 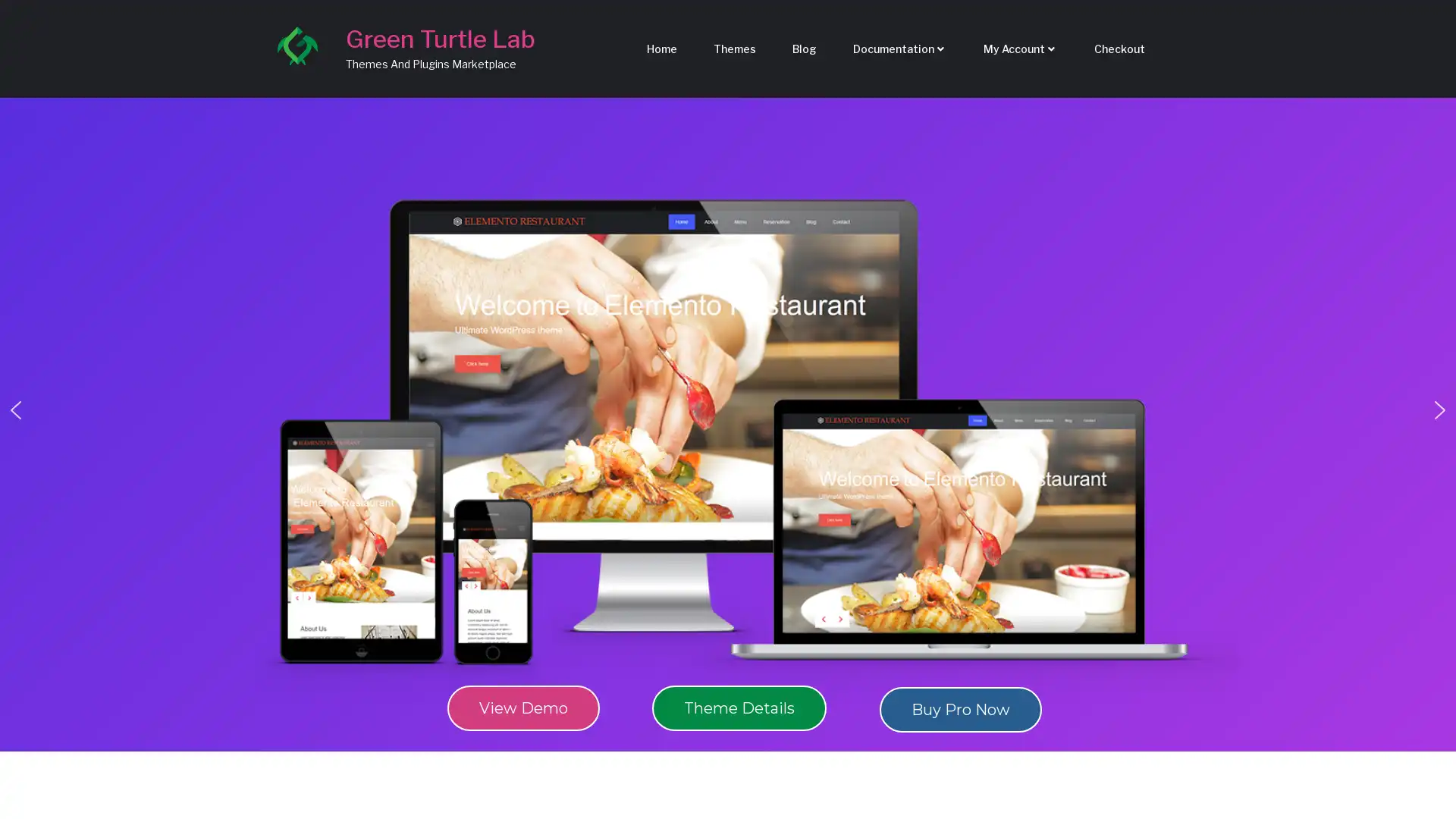 What do you see at coordinates (15, 409) in the screenshot?
I see `previous arrow` at bounding box center [15, 409].